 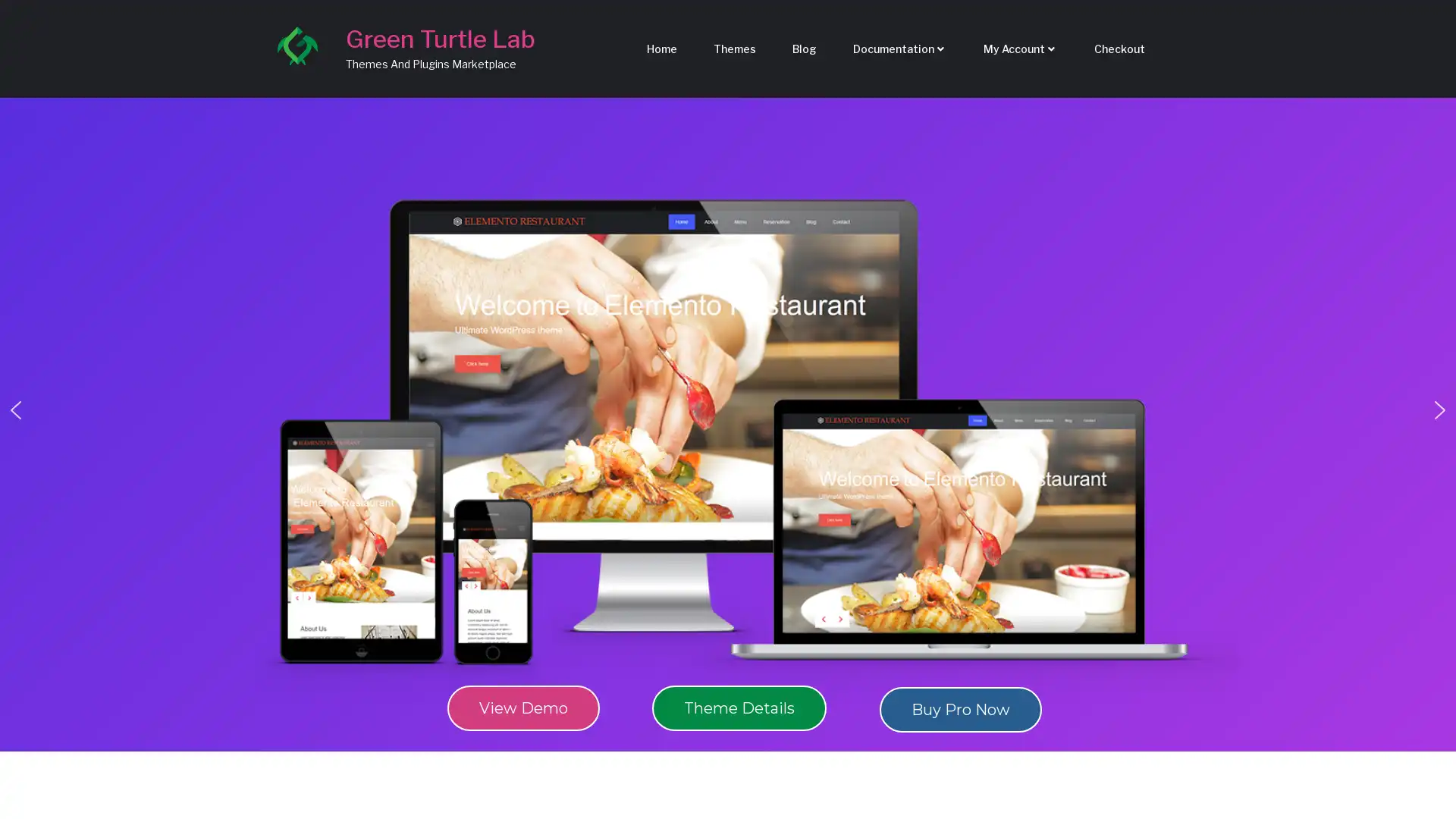 What do you see at coordinates (15, 409) in the screenshot?
I see `previous arrow` at bounding box center [15, 409].